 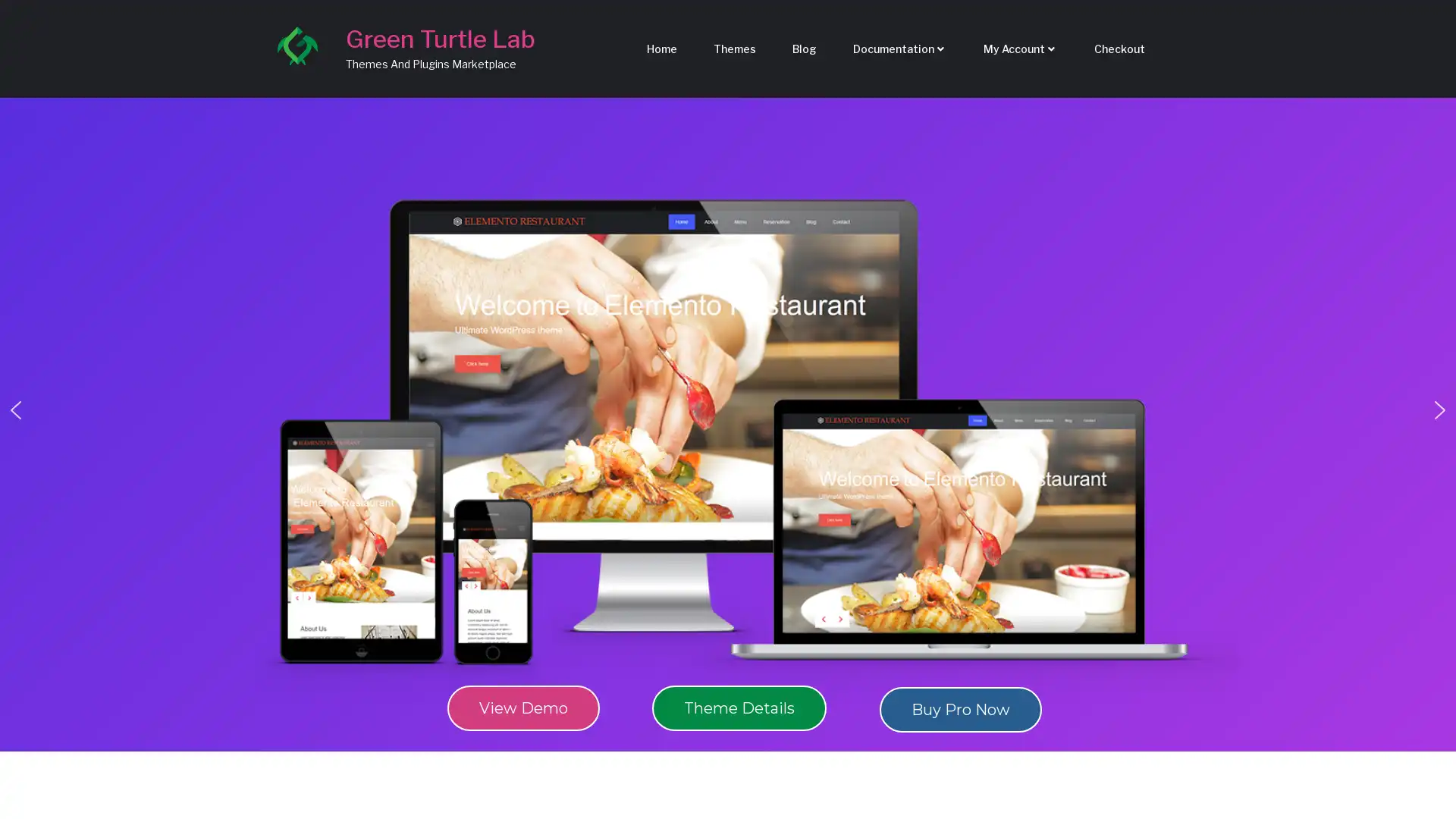 What do you see at coordinates (15, 409) in the screenshot?
I see `previous arrow` at bounding box center [15, 409].